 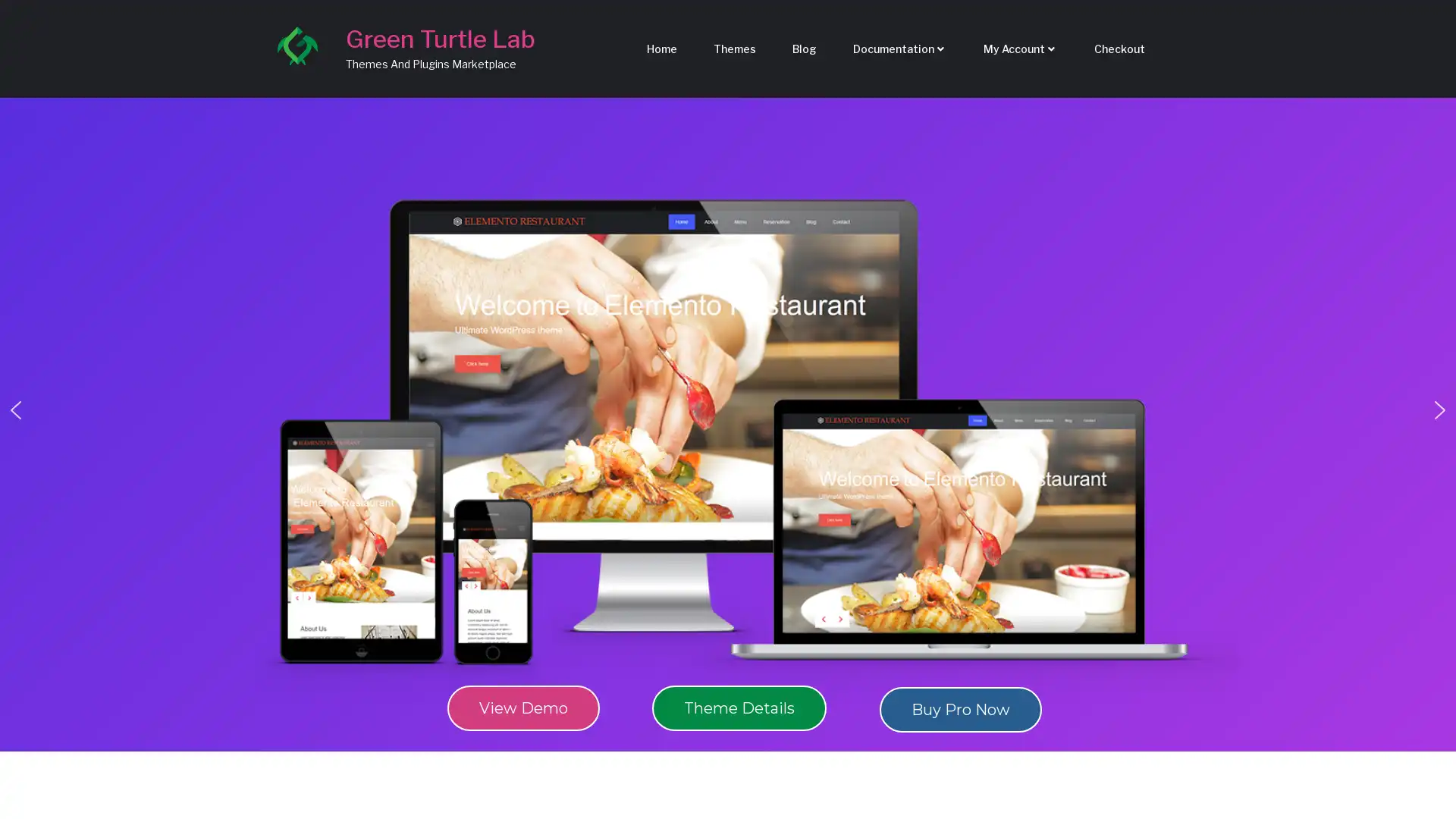 What do you see at coordinates (15, 409) in the screenshot?
I see `previous arrow` at bounding box center [15, 409].